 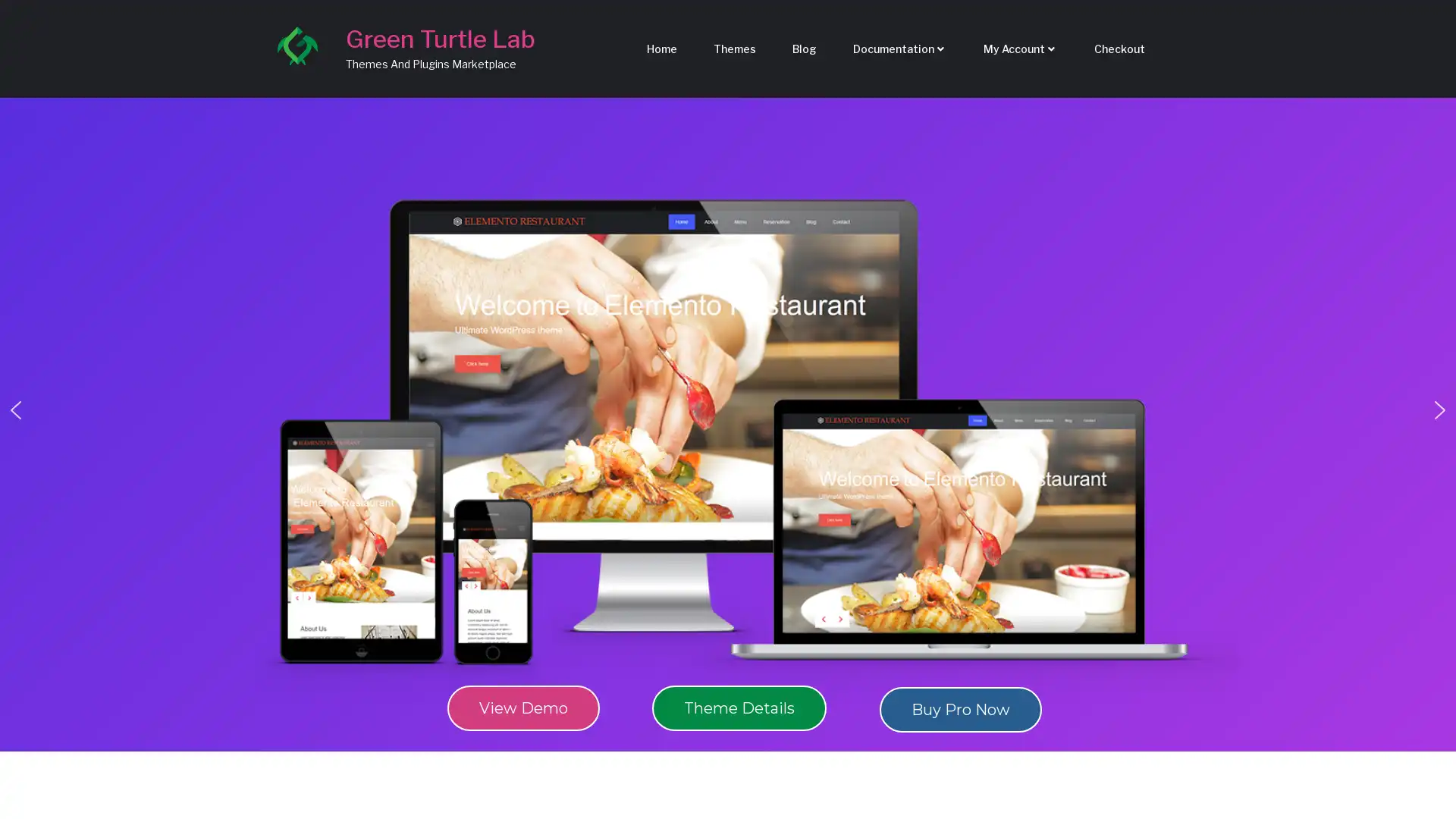 What do you see at coordinates (15, 409) in the screenshot?
I see `previous arrow` at bounding box center [15, 409].